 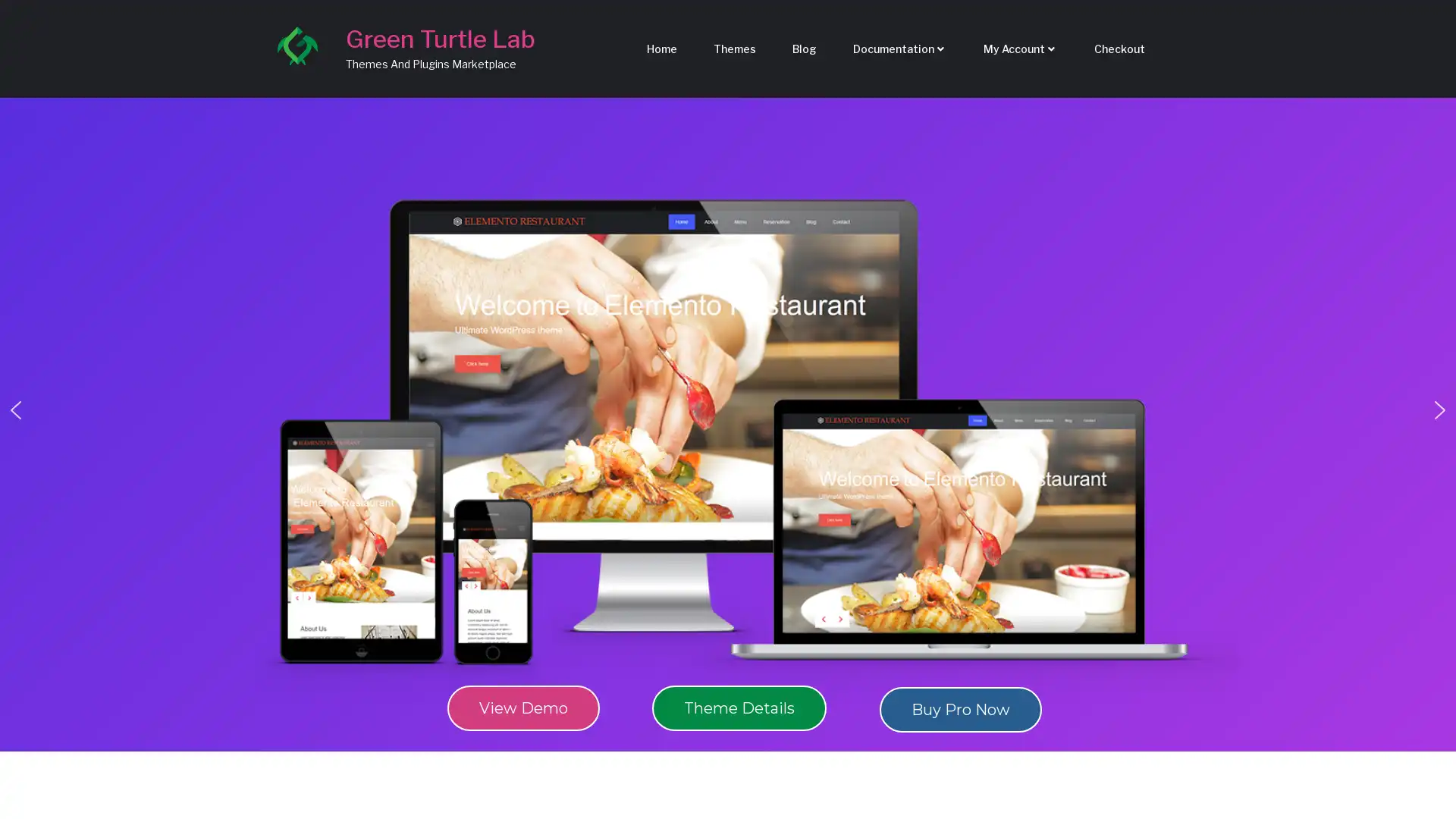 What do you see at coordinates (15, 409) in the screenshot?
I see `previous arrow` at bounding box center [15, 409].